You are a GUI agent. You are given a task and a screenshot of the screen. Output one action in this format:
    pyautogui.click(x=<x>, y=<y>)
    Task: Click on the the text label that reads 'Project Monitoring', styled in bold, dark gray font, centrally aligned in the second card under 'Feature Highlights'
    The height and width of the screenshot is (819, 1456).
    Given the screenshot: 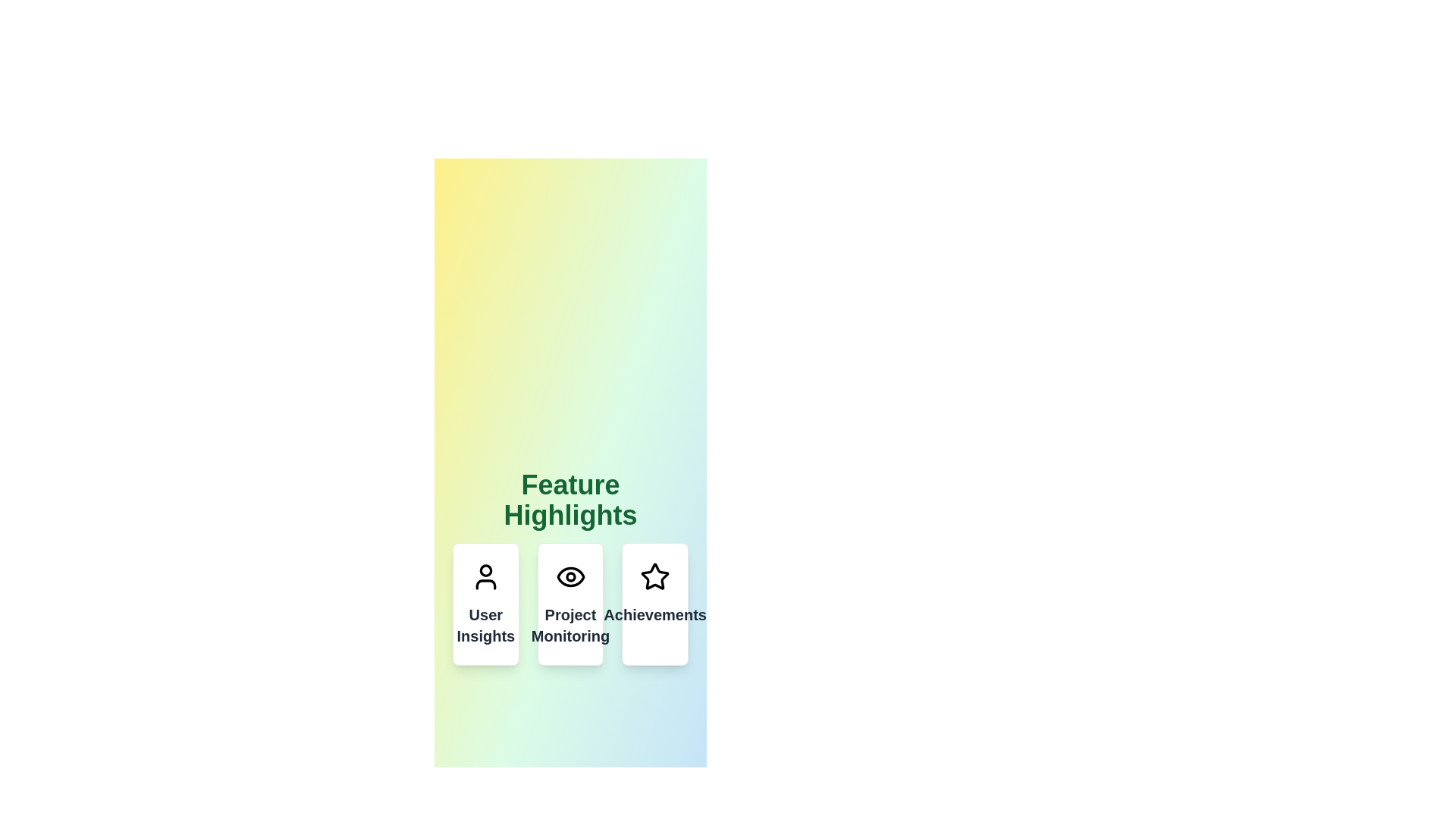 What is the action you would take?
    pyautogui.click(x=570, y=626)
    